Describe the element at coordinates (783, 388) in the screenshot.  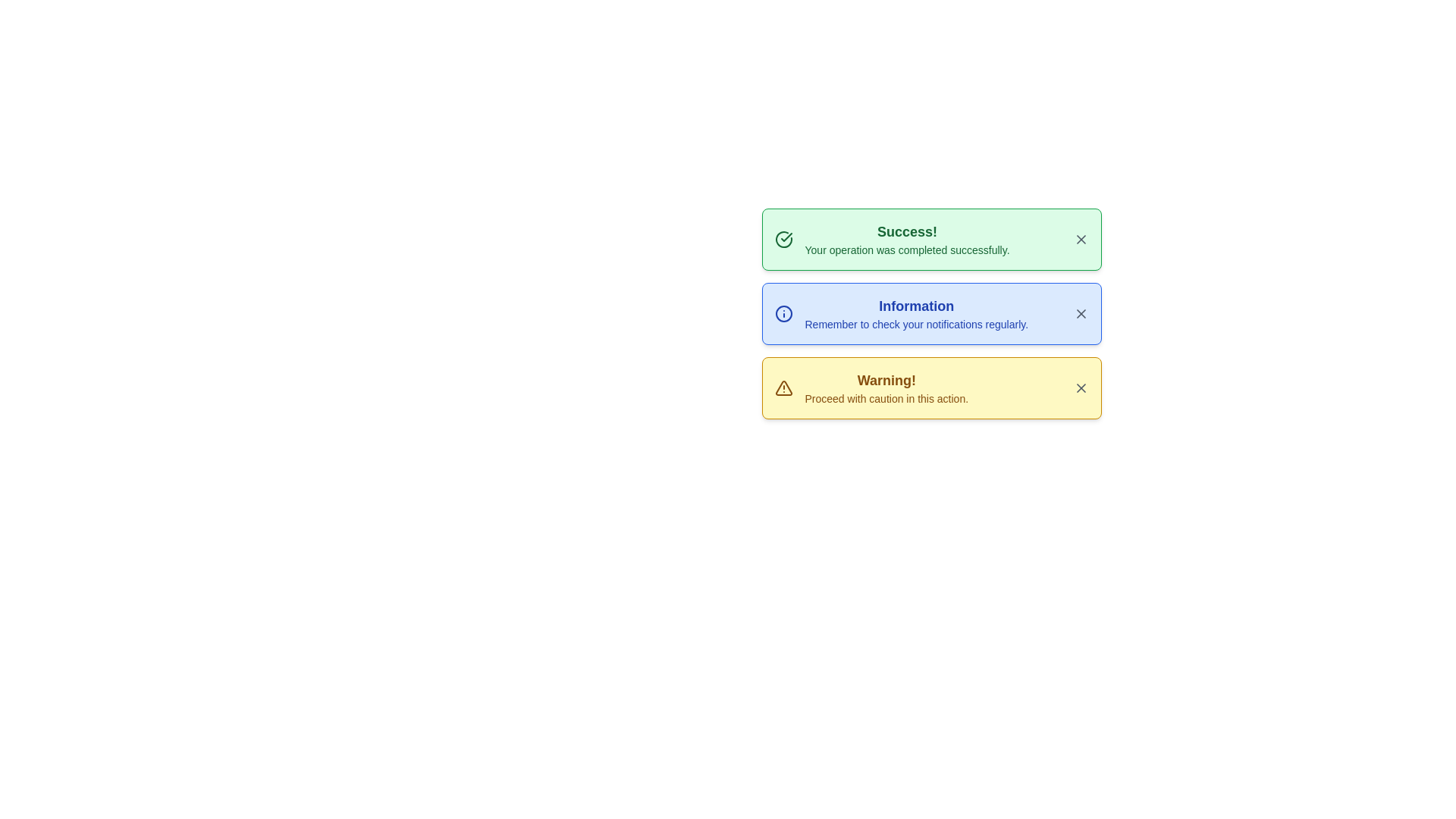
I see `the alert icon located in the bottom-left corner of the yellow alert box titled 'Warning!'` at that location.